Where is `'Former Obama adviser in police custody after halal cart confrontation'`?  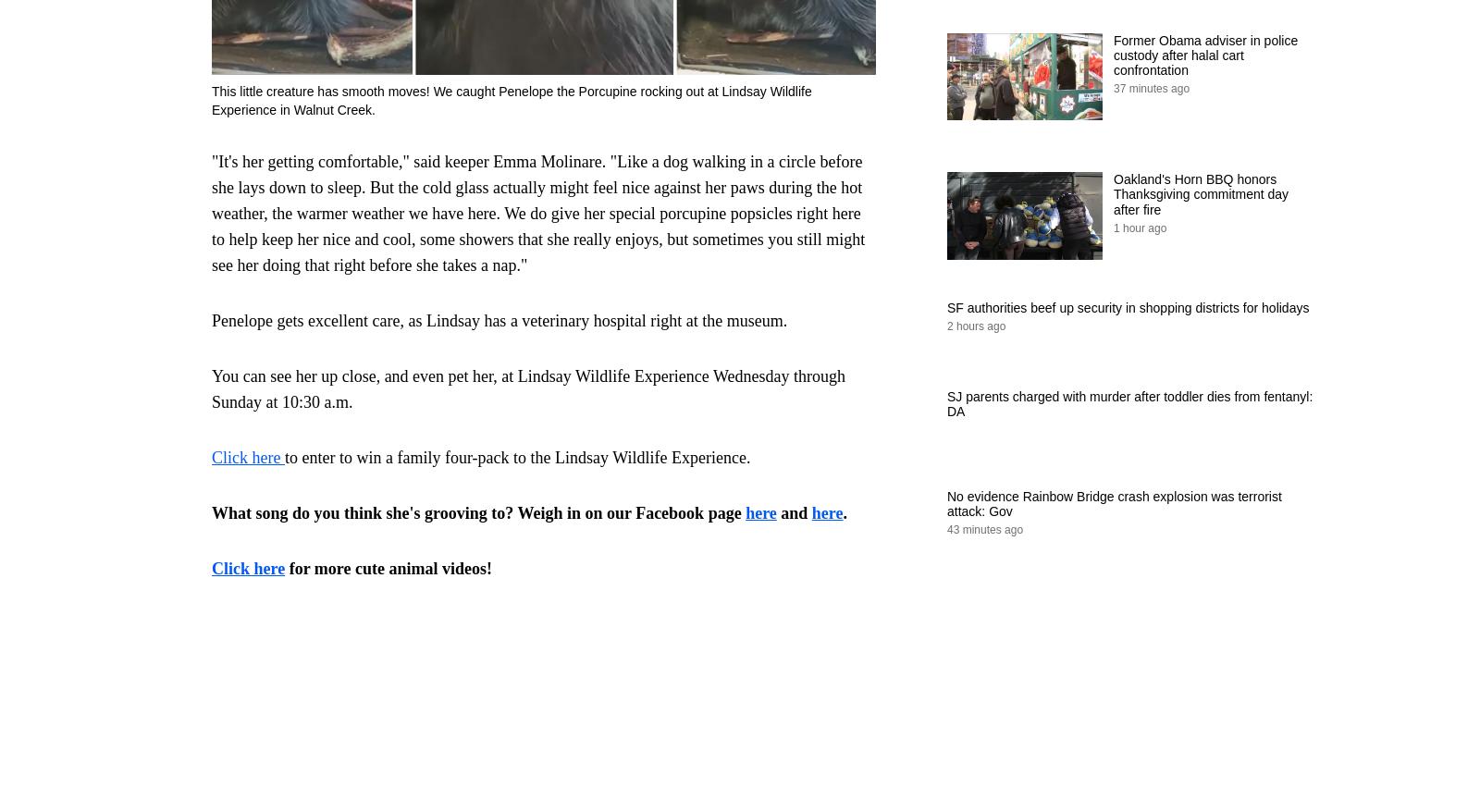 'Former Obama adviser in police custody after halal cart confrontation' is located at coordinates (1113, 55).